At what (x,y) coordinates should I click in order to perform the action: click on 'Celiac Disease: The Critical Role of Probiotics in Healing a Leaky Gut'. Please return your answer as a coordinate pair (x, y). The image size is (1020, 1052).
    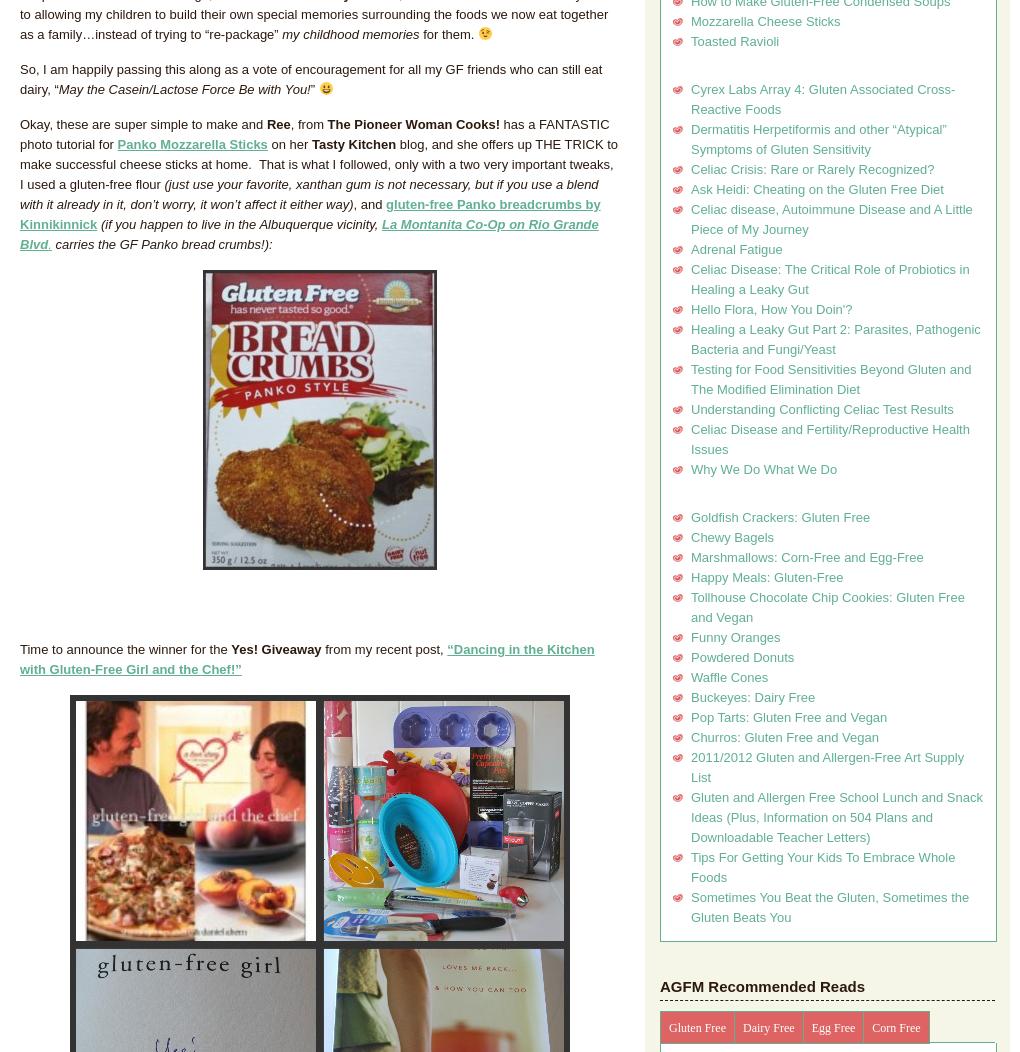
    Looking at the image, I should click on (829, 279).